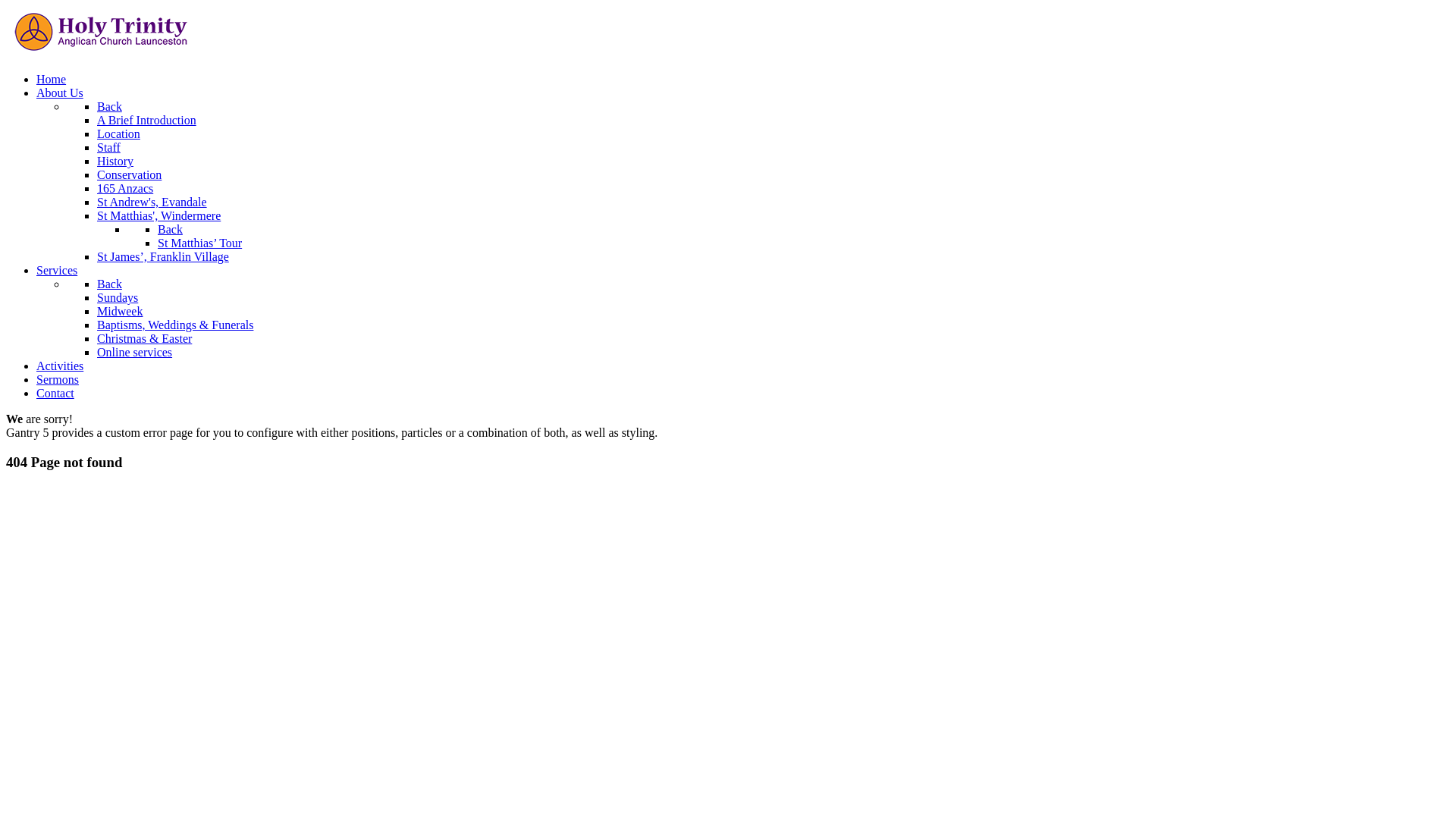  I want to click on 'Home', so click(51, 79).